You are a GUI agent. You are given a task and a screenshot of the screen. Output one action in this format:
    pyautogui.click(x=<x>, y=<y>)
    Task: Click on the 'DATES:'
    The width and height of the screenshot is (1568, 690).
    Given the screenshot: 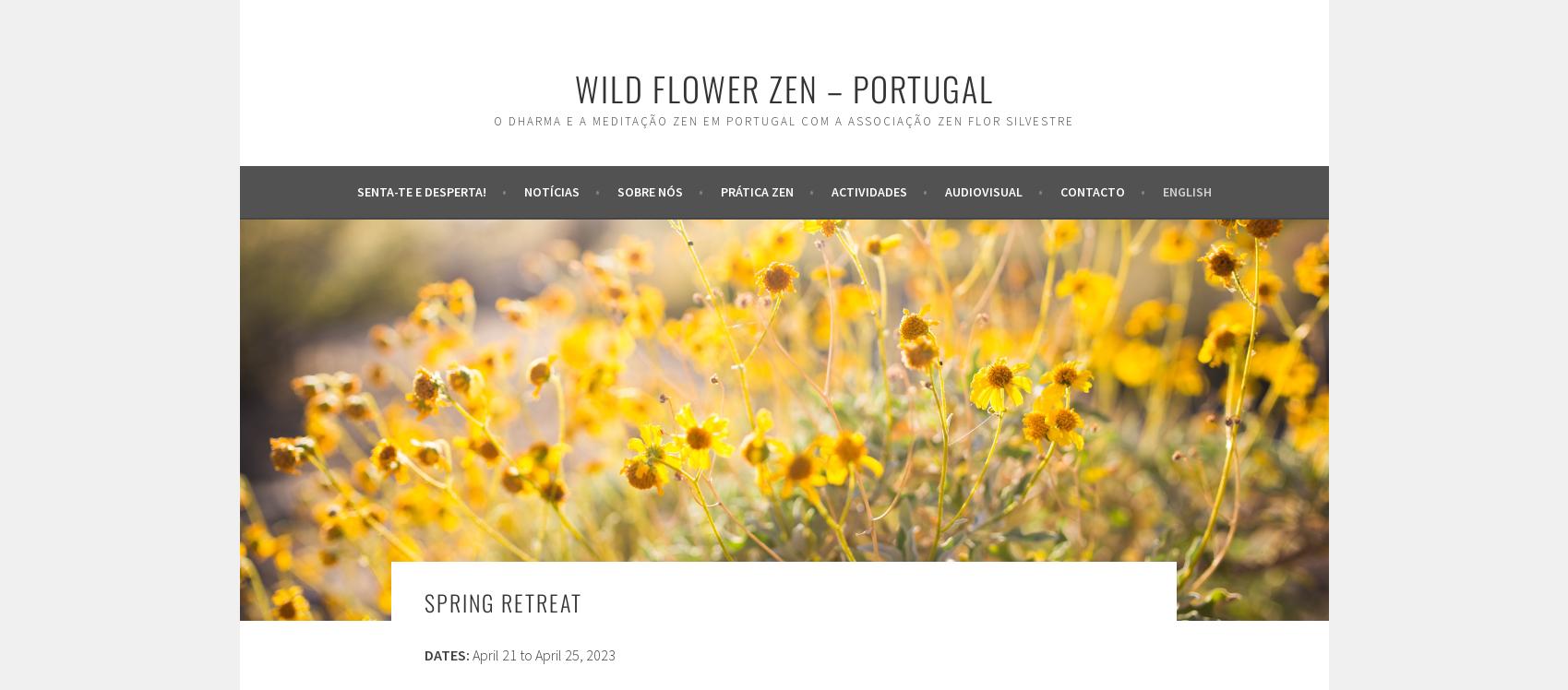 What is the action you would take?
    pyautogui.click(x=445, y=653)
    